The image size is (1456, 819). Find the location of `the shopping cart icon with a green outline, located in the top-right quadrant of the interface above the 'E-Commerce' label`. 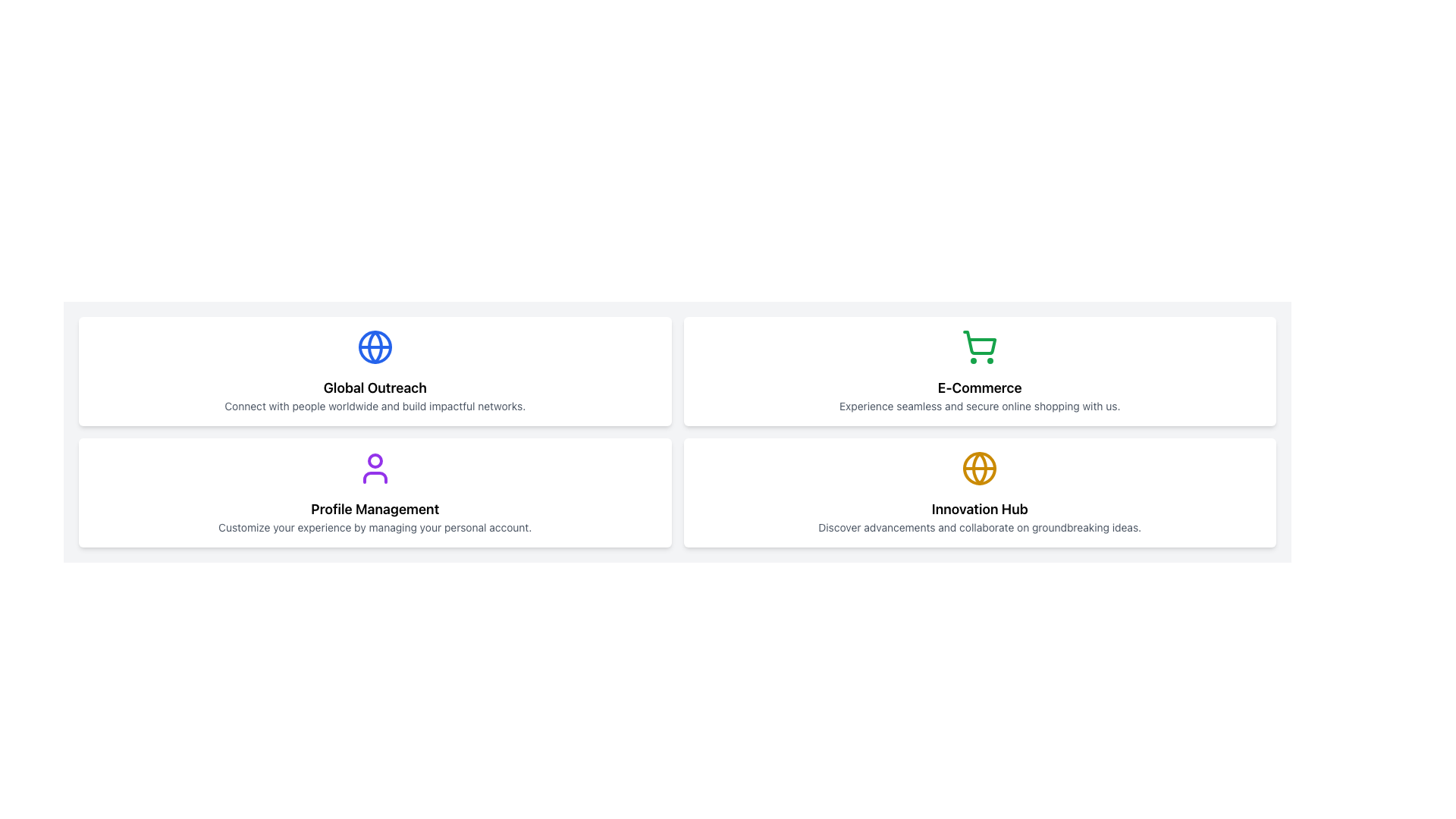

the shopping cart icon with a green outline, located in the top-right quadrant of the interface above the 'E-Commerce' label is located at coordinates (980, 347).